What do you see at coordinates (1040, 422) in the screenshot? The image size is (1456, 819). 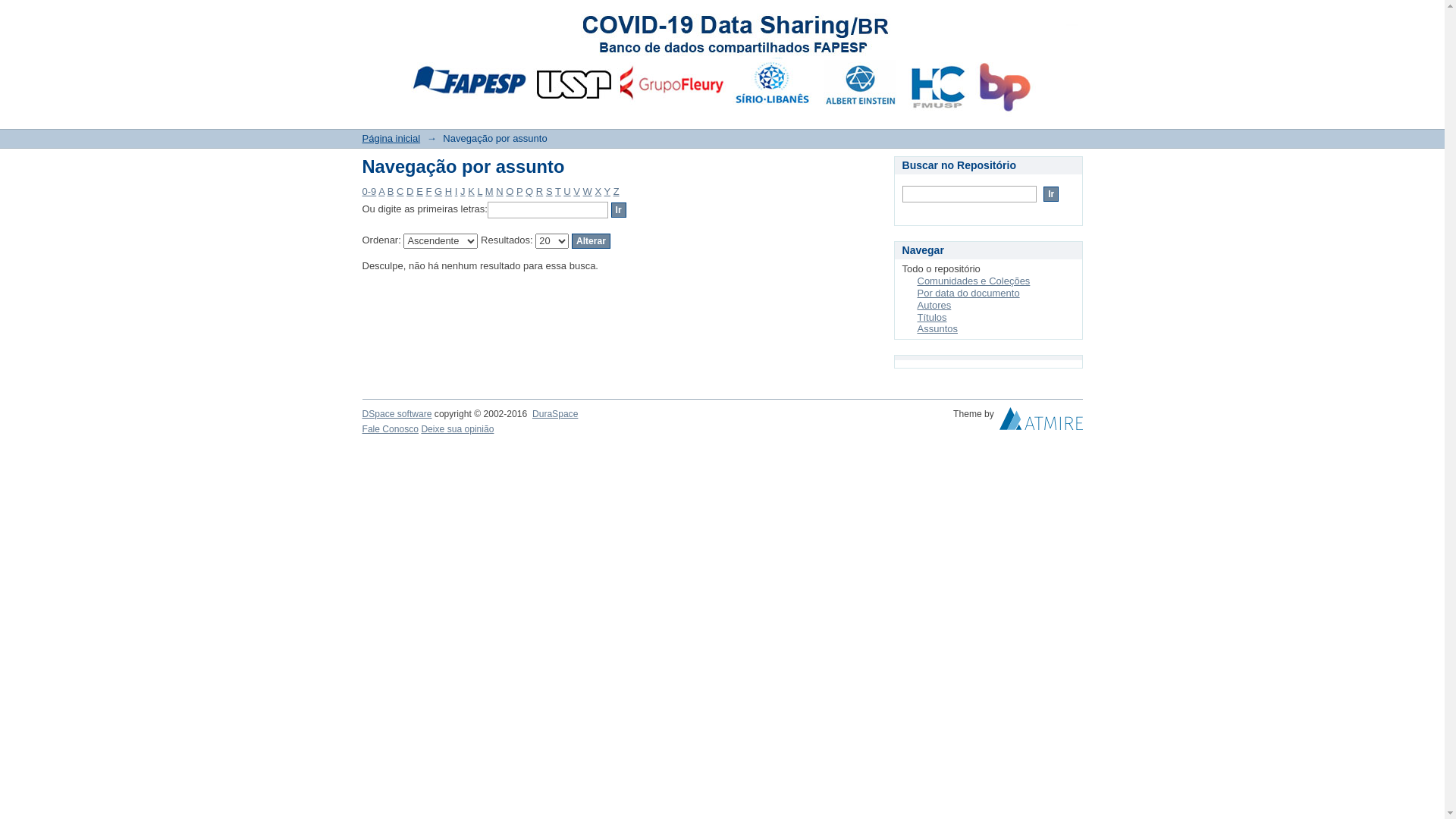 I see `'Atmire NV'` at bounding box center [1040, 422].